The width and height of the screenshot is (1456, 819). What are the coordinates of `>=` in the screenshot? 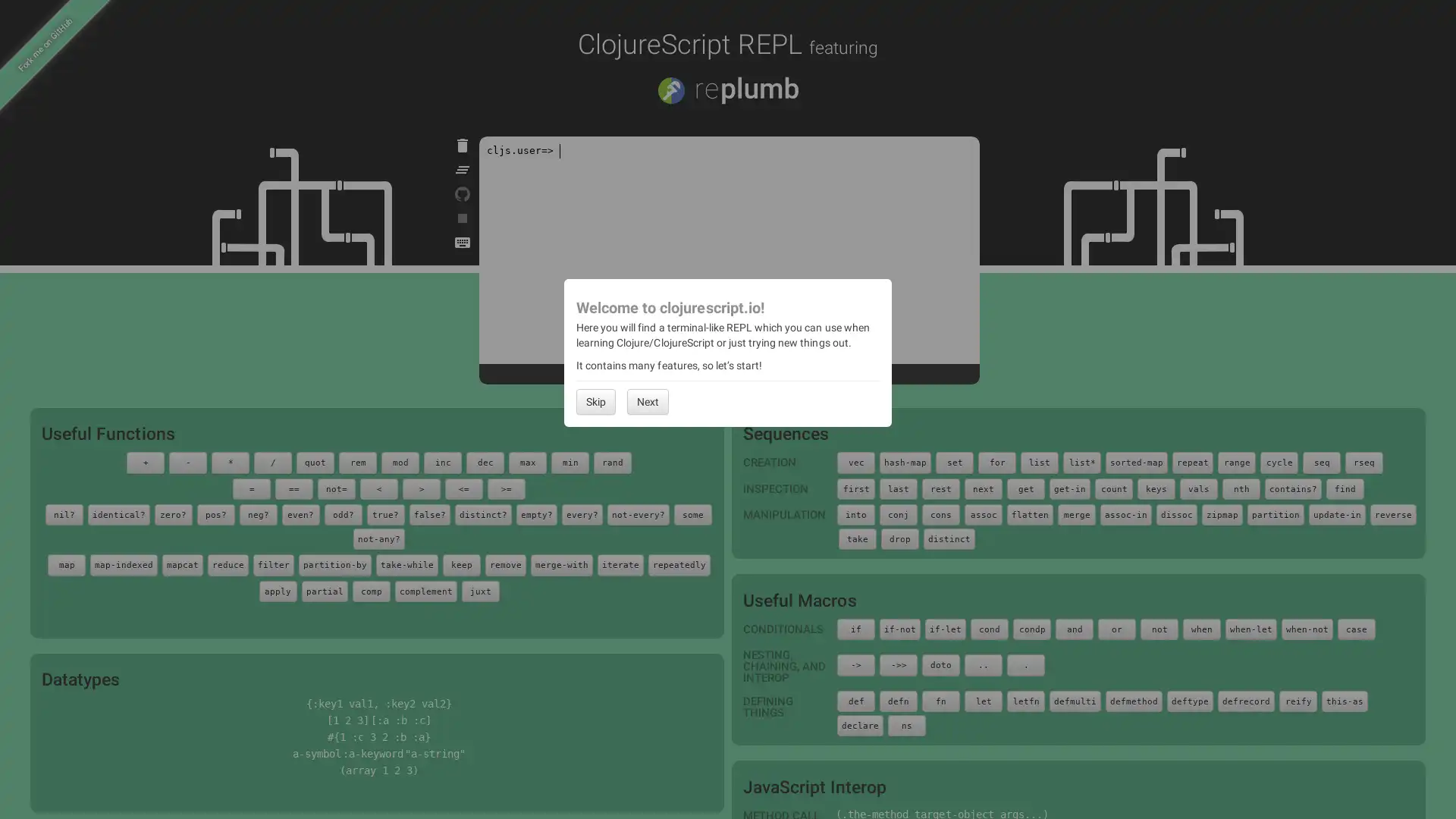 It's located at (506, 488).